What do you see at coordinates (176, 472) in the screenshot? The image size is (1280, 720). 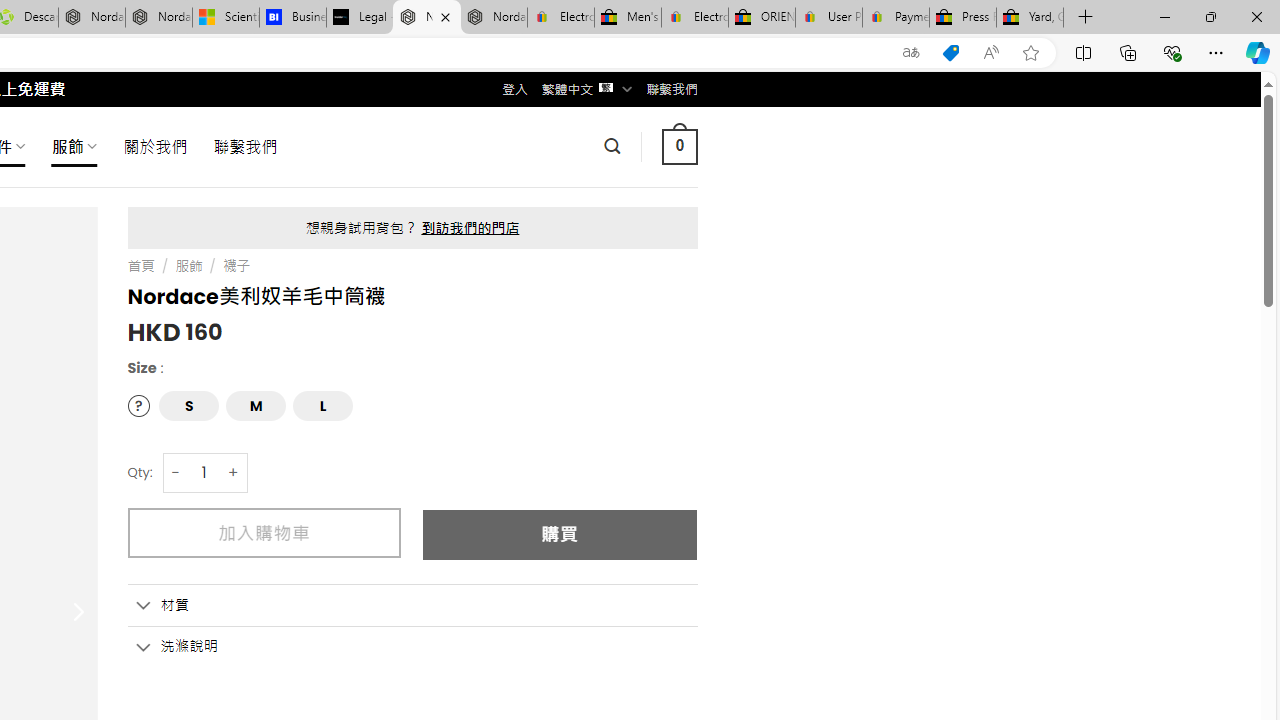 I see `'-'` at bounding box center [176, 472].